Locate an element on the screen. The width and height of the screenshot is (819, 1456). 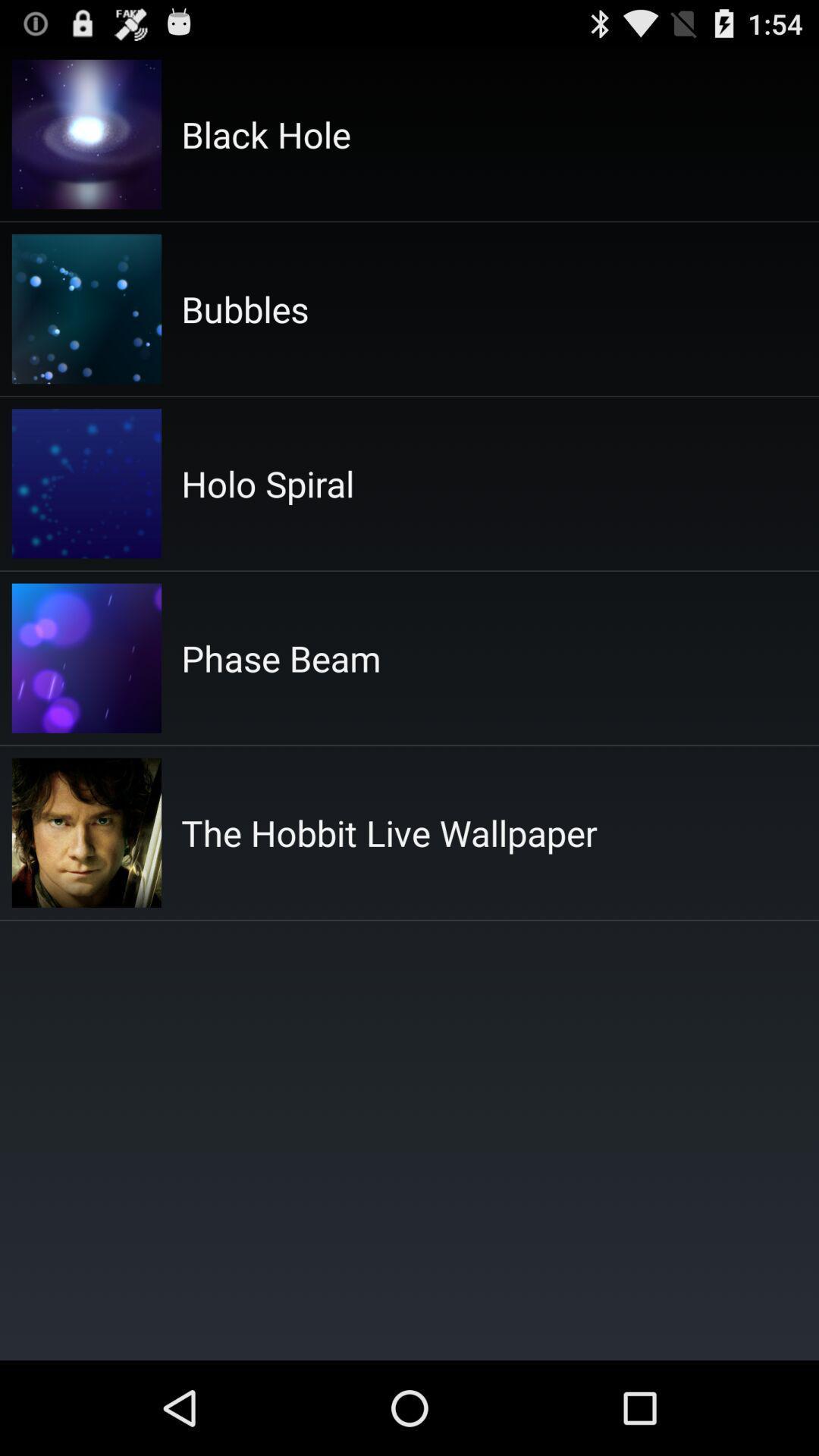
icon below the black hole is located at coordinates (244, 308).